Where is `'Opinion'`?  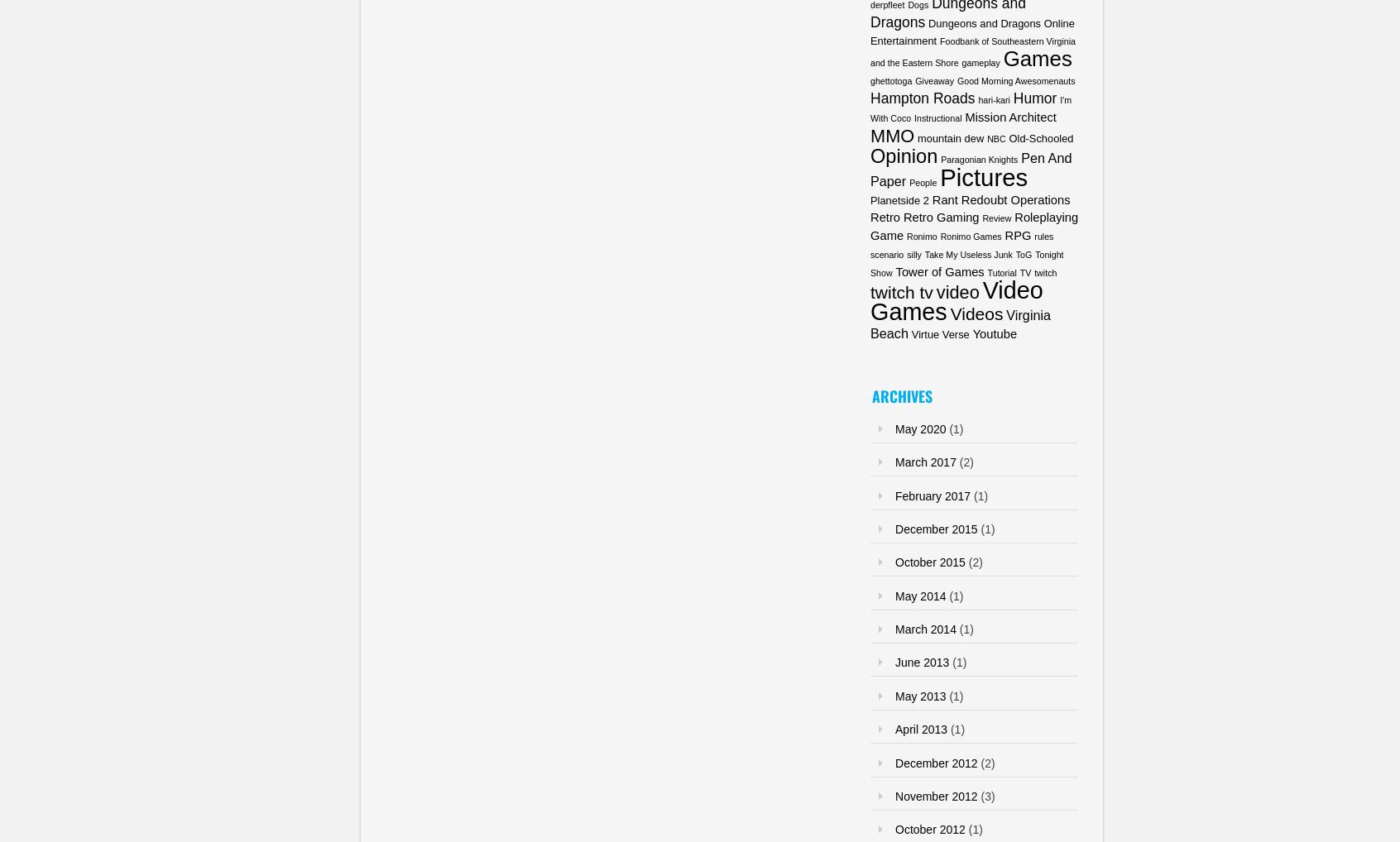 'Opinion' is located at coordinates (904, 155).